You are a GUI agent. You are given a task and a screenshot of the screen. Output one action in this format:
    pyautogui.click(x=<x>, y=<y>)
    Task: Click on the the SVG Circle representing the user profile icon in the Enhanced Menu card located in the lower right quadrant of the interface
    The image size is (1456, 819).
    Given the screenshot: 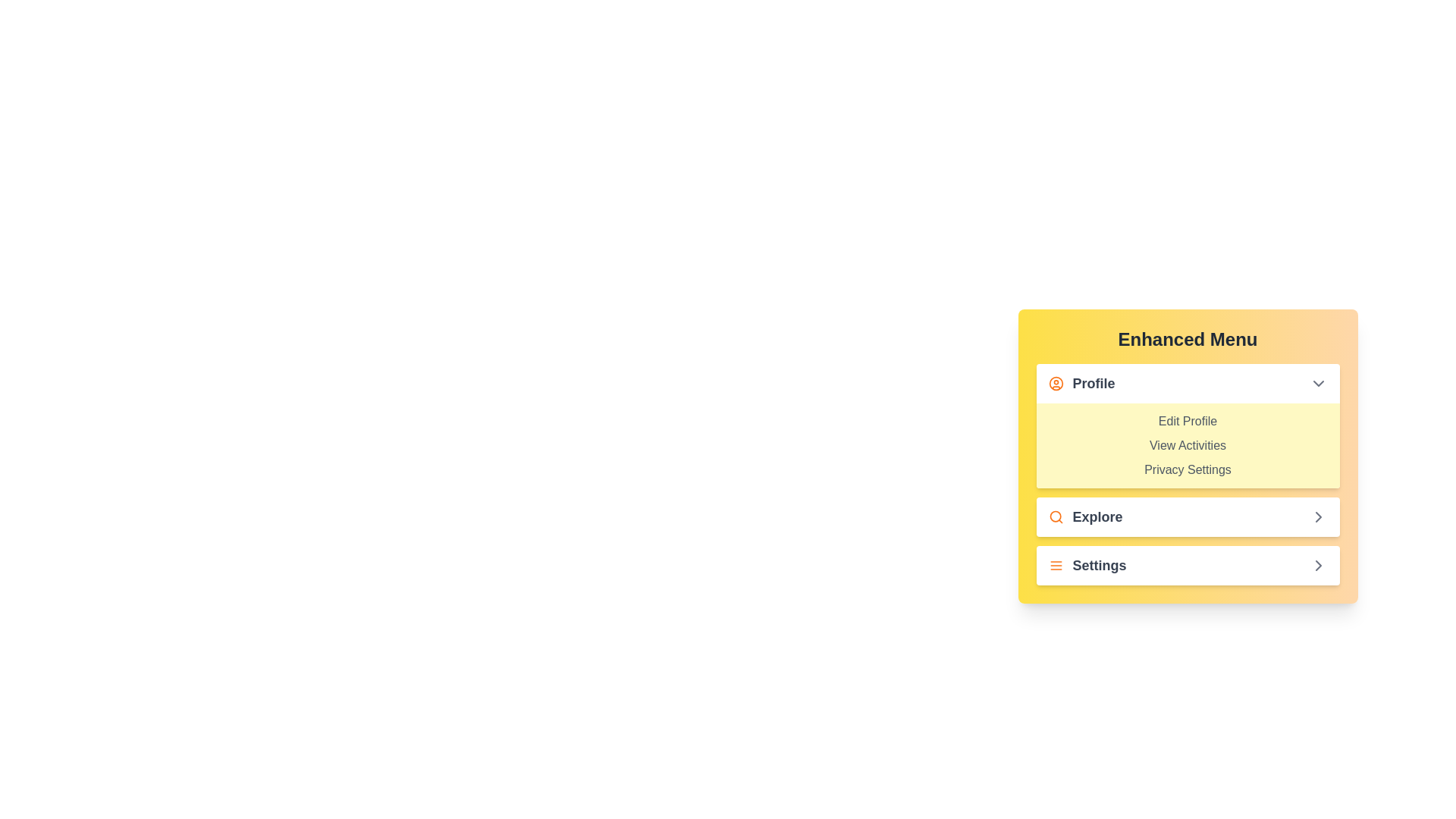 What is the action you would take?
    pyautogui.click(x=1055, y=382)
    